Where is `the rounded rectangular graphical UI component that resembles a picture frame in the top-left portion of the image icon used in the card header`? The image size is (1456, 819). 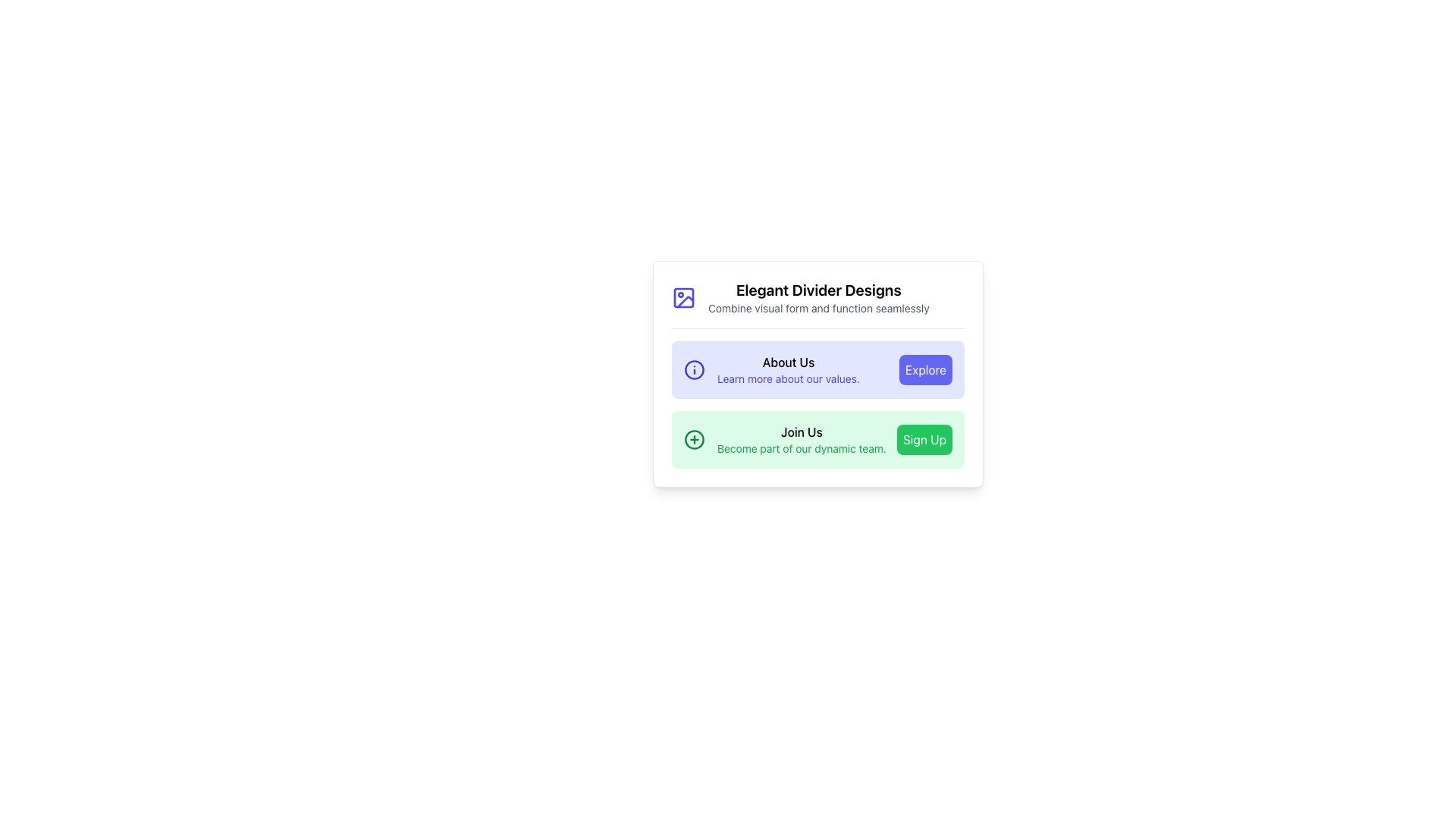
the rounded rectangular graphical UI component that resembles a picture frame in the top-left portion of the image icon used in the card header is located at coordinates (683, 298).